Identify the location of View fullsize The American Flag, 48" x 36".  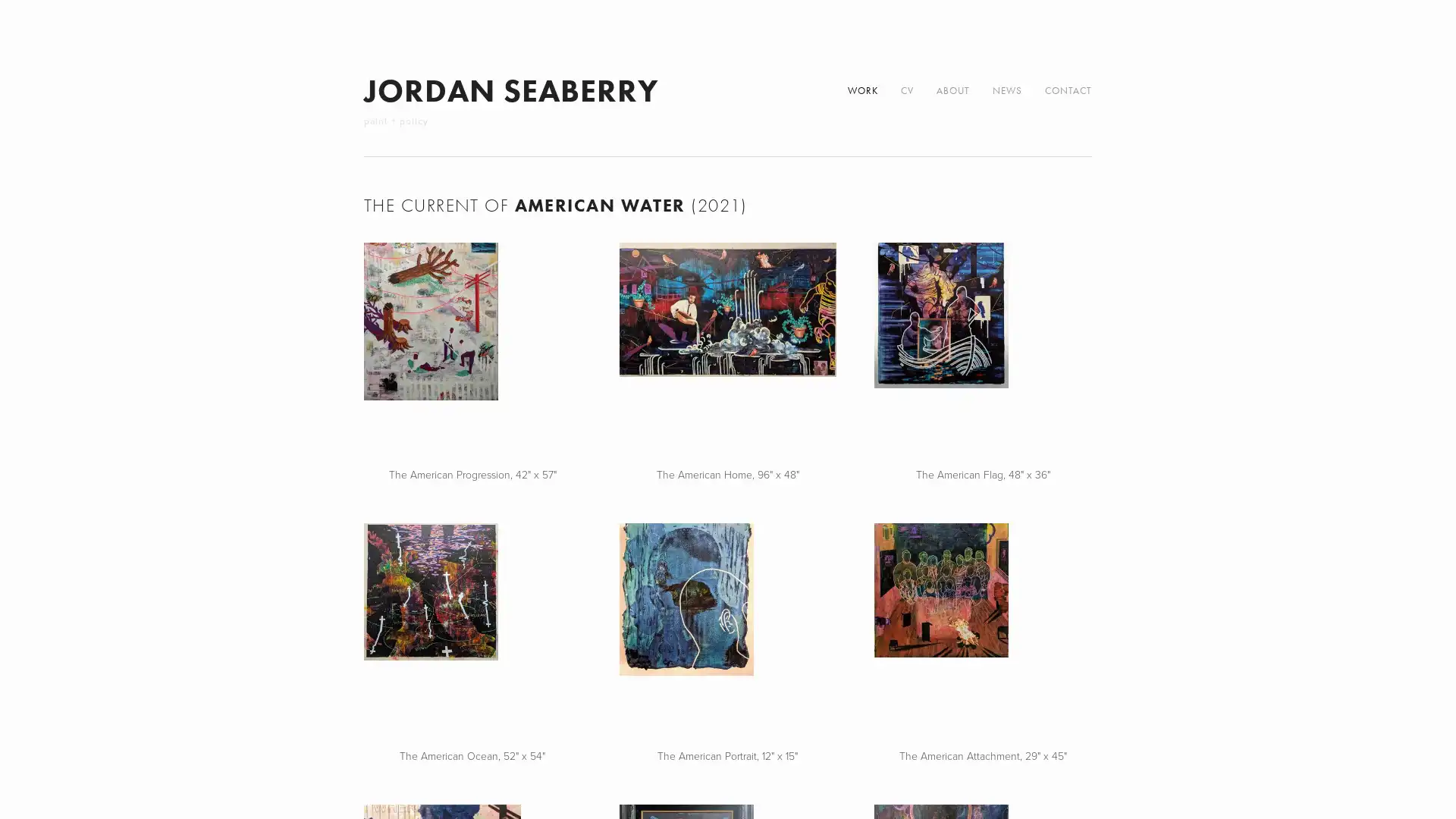
(983, 350).